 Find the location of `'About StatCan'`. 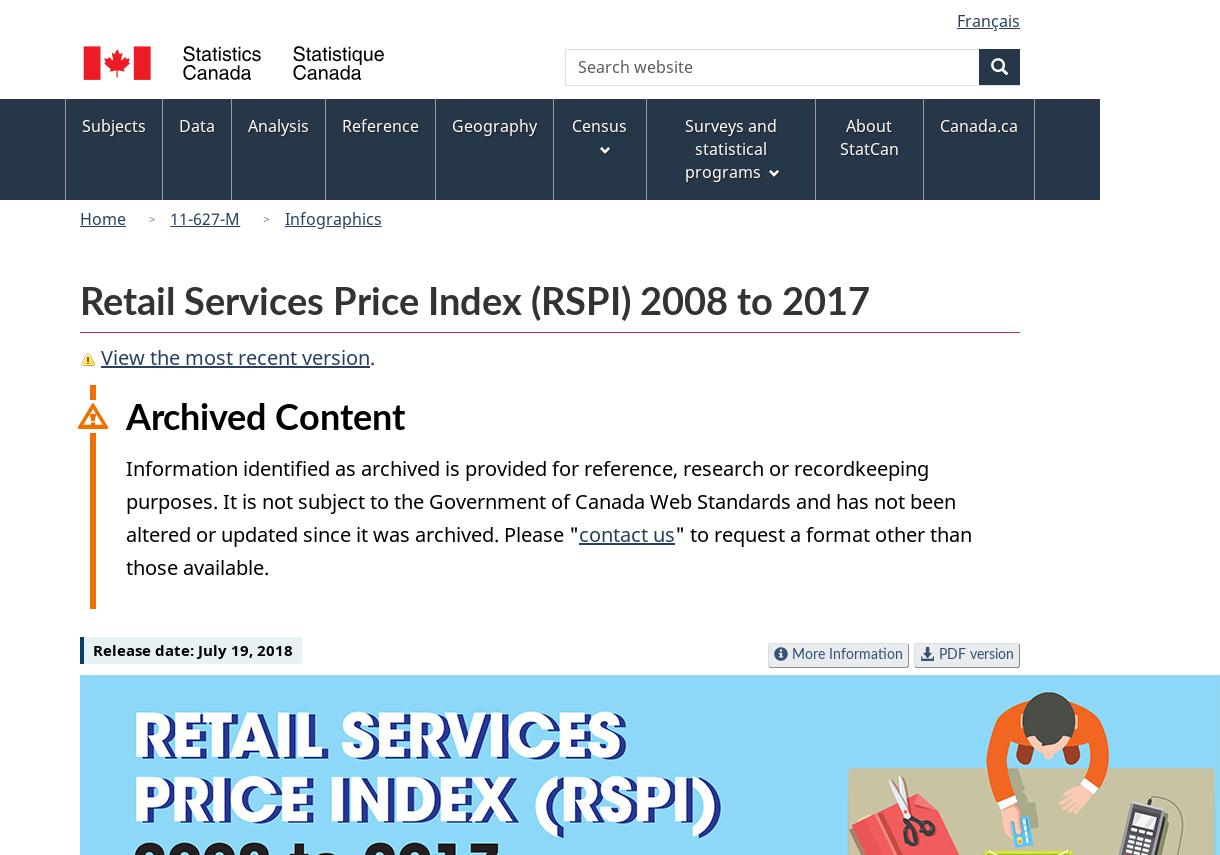

'About StatCan' is located at coordinates (838, 136).